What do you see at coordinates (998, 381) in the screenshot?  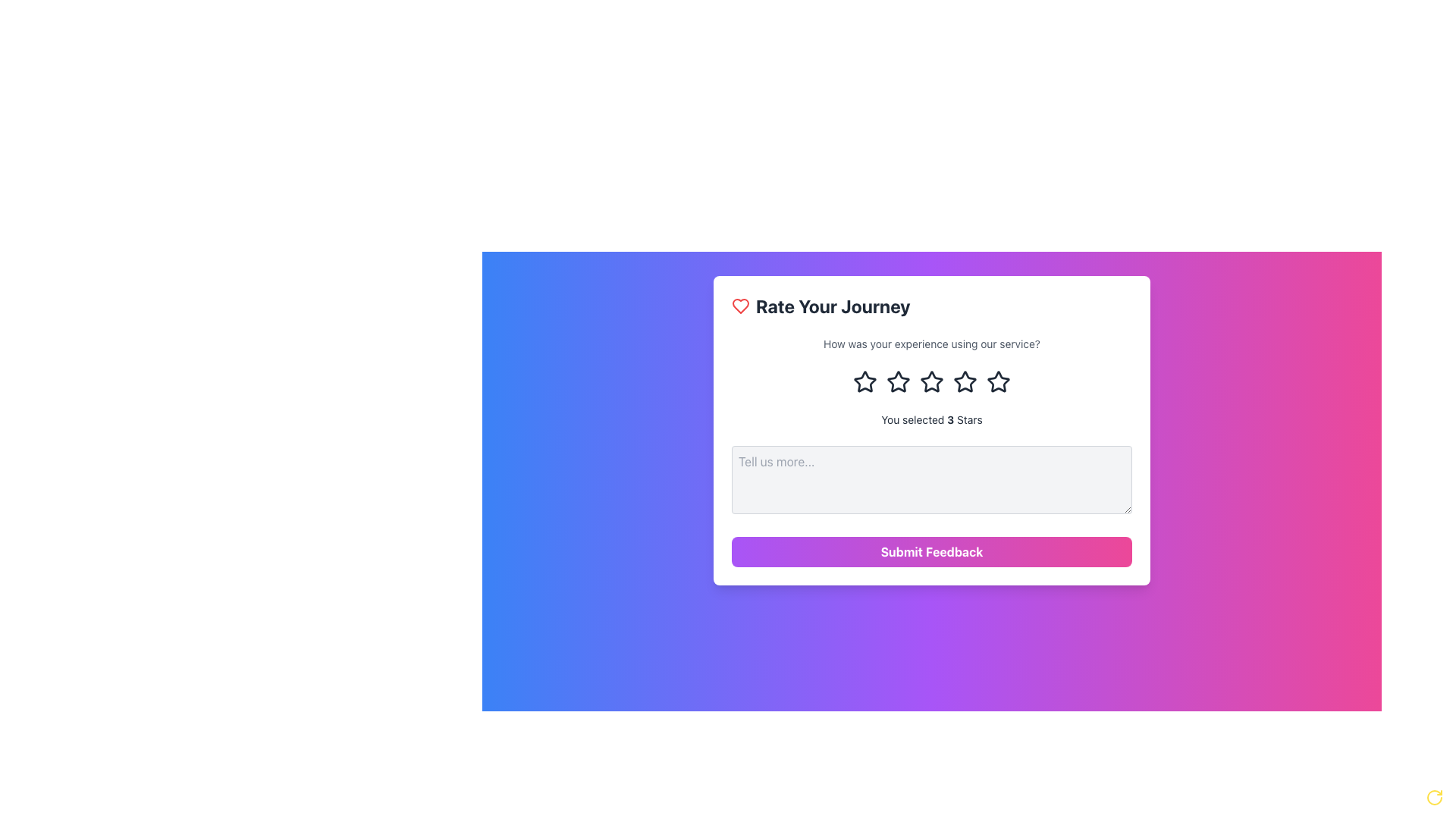 I see `the fifth outlined star icon for rating, which is part of a horizontal row of similar star icons positioned beneath the feedback text` at bounding box center [998, 381].